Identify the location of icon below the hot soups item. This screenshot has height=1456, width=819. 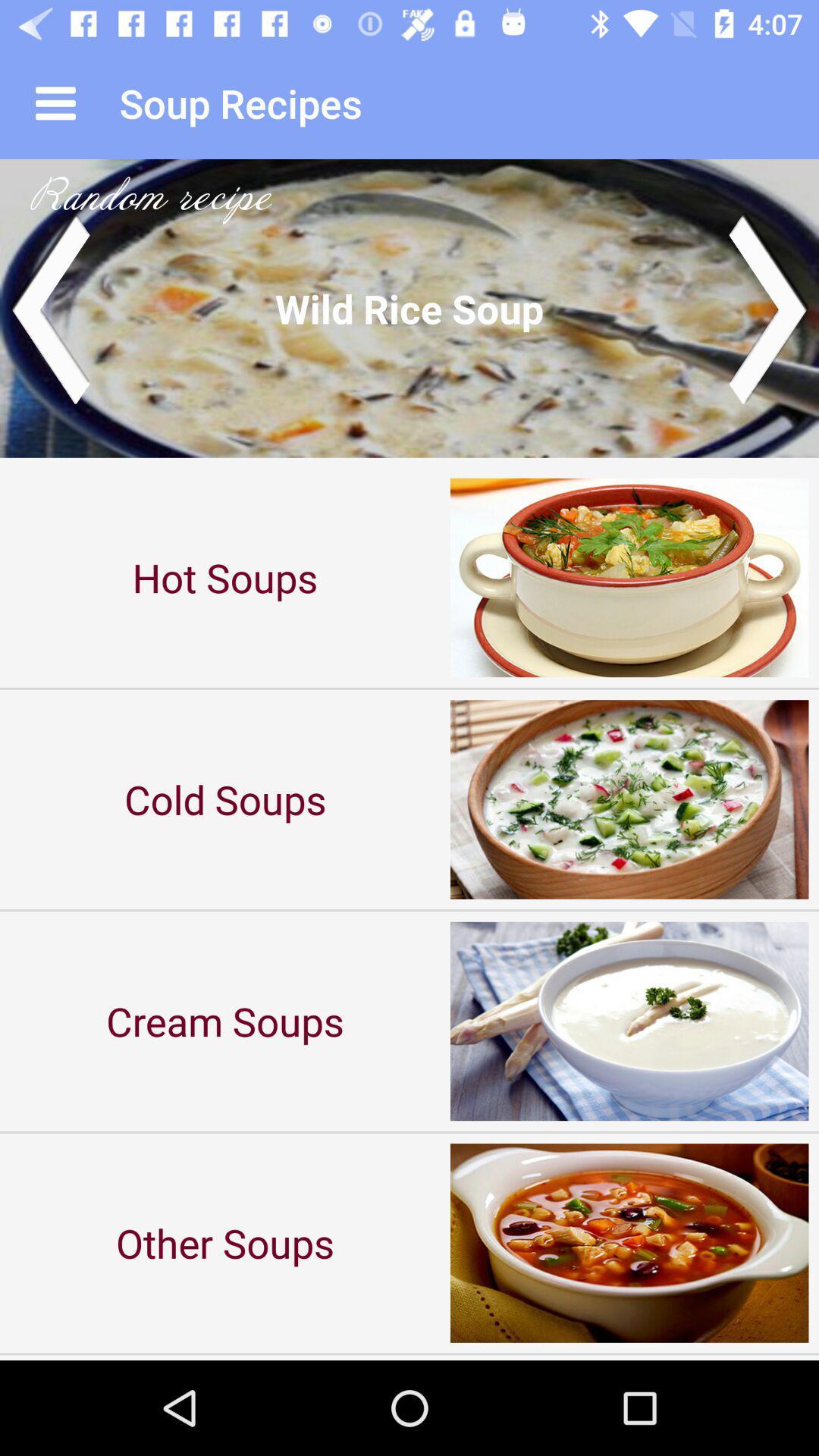
(225, 799).